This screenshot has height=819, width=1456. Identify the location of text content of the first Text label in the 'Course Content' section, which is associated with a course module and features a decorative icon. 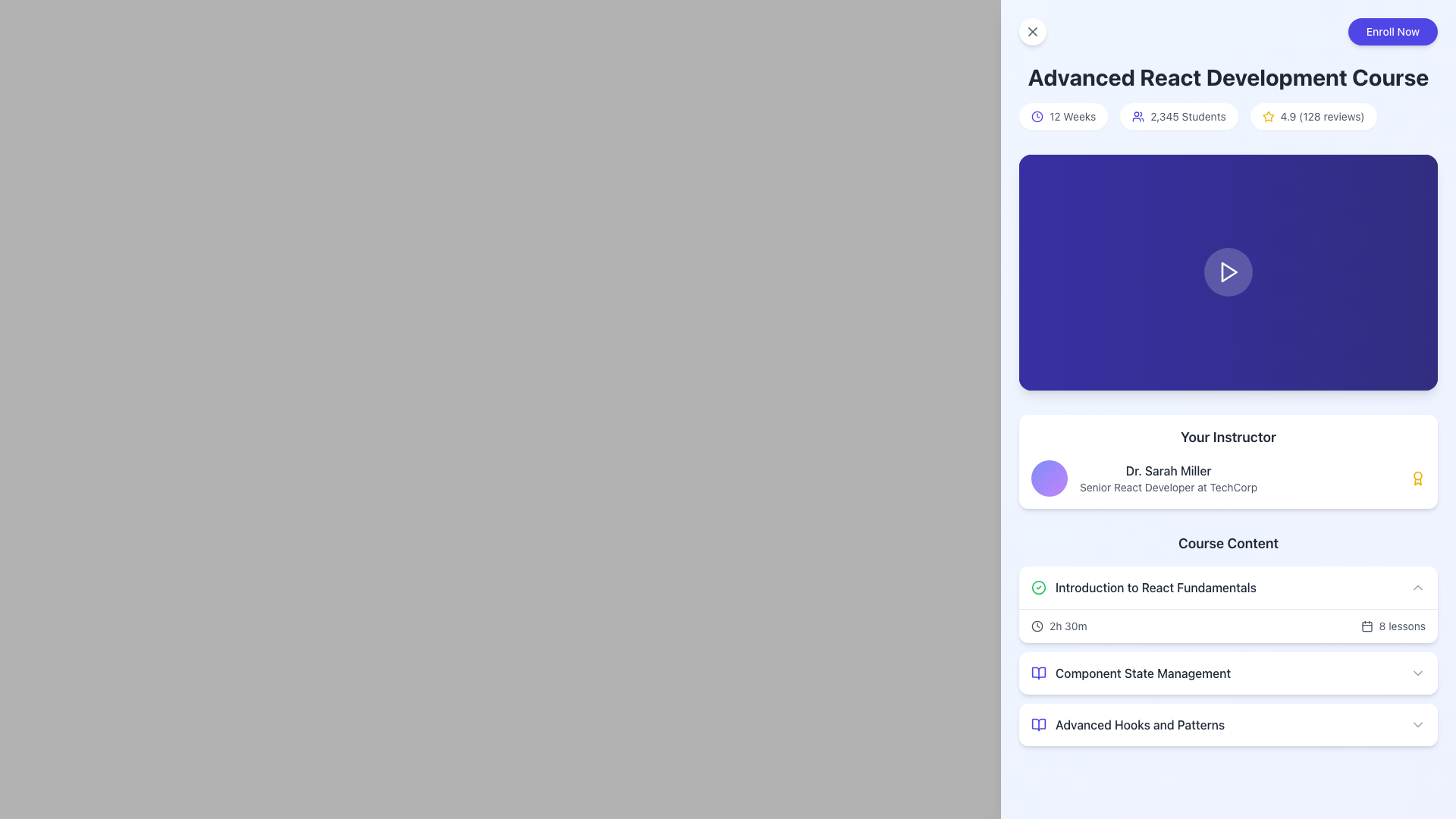
(1144, 586).